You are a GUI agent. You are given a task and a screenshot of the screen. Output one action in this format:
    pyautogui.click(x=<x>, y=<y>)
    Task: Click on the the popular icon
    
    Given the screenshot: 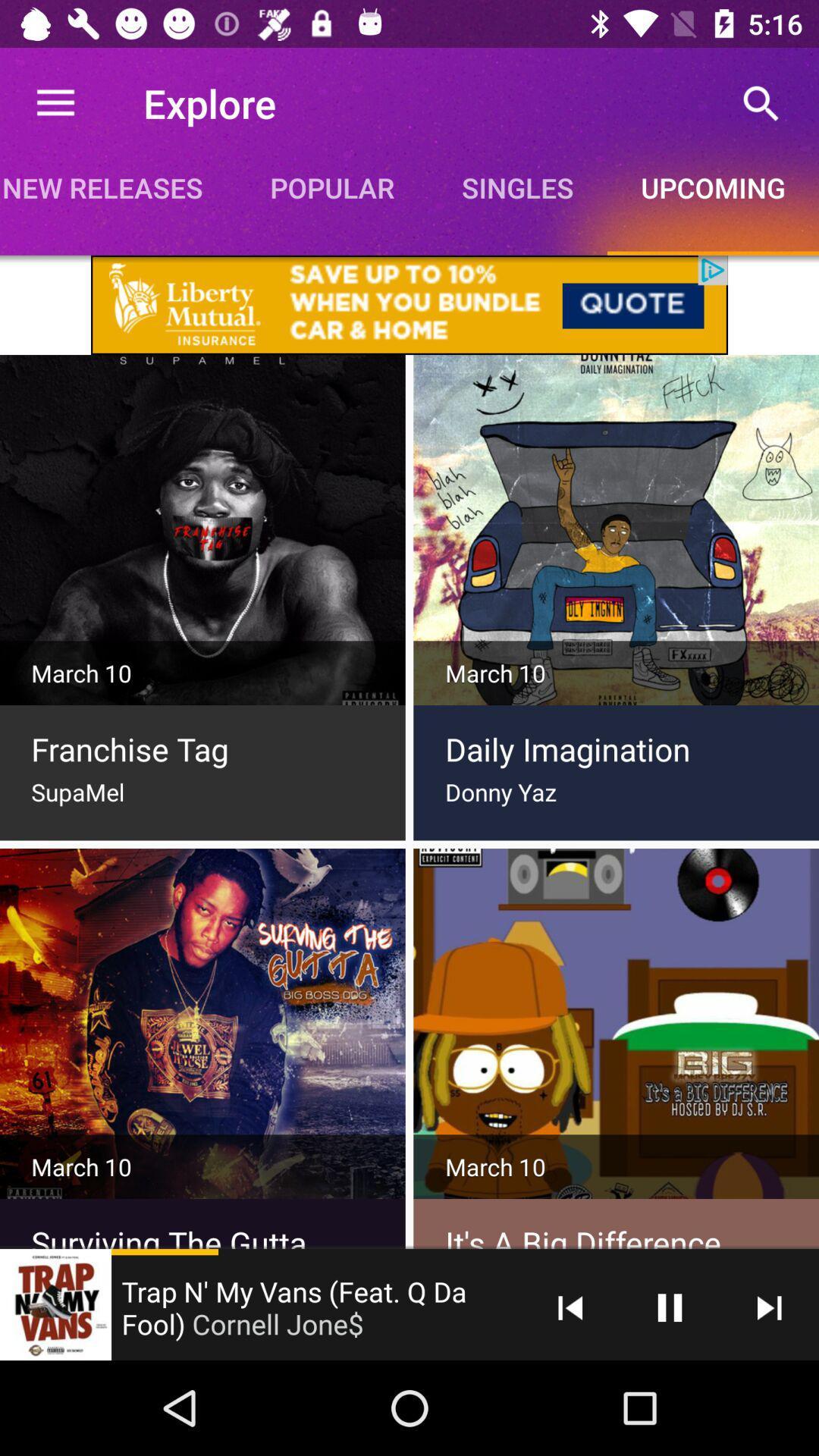 What is the action you would take?
    pyautogui.click(x=331, y=187)
    